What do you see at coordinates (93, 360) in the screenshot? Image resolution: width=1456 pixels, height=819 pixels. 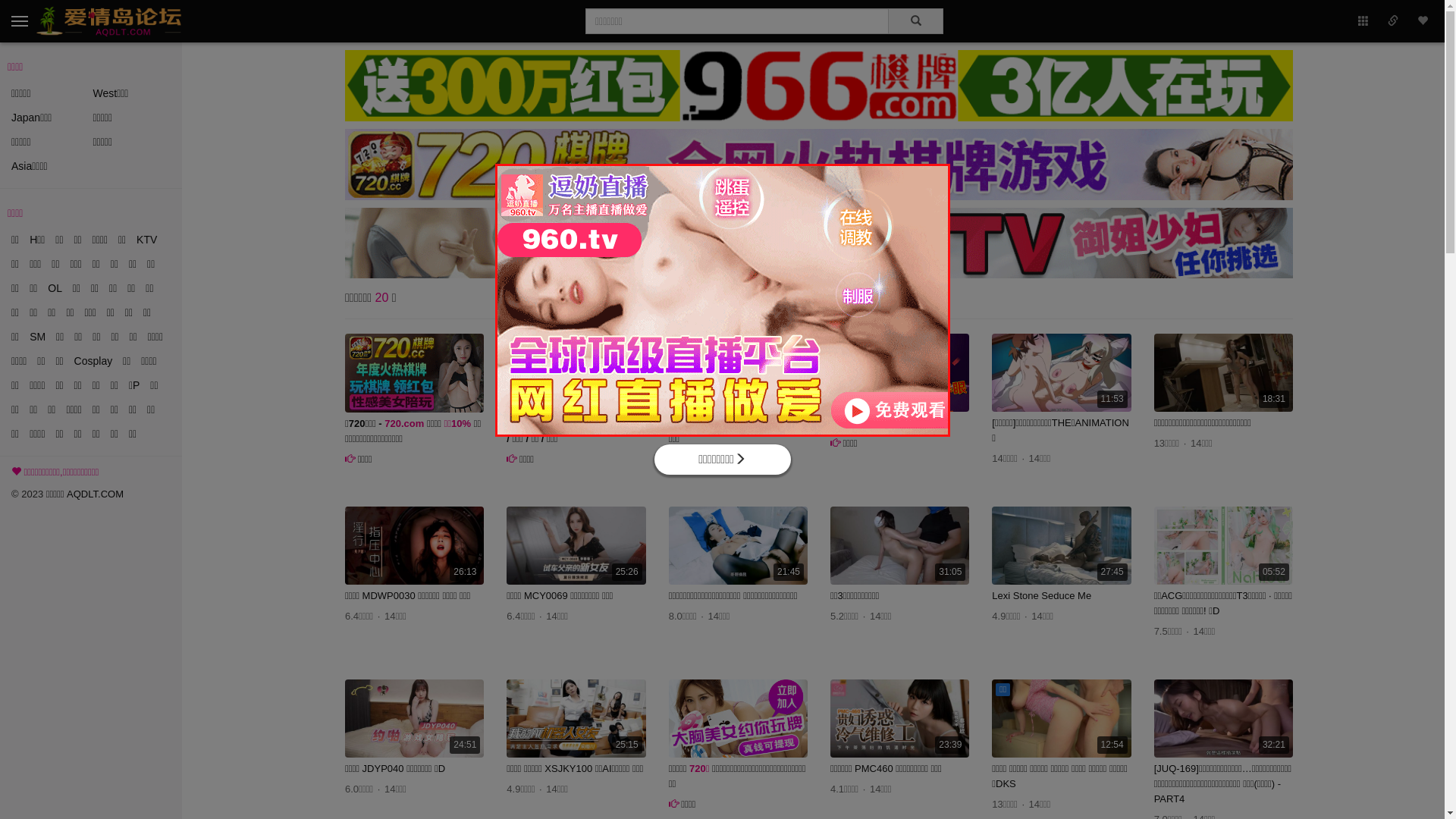 I see `'Cosplay'` at bounding box center [93, 360].